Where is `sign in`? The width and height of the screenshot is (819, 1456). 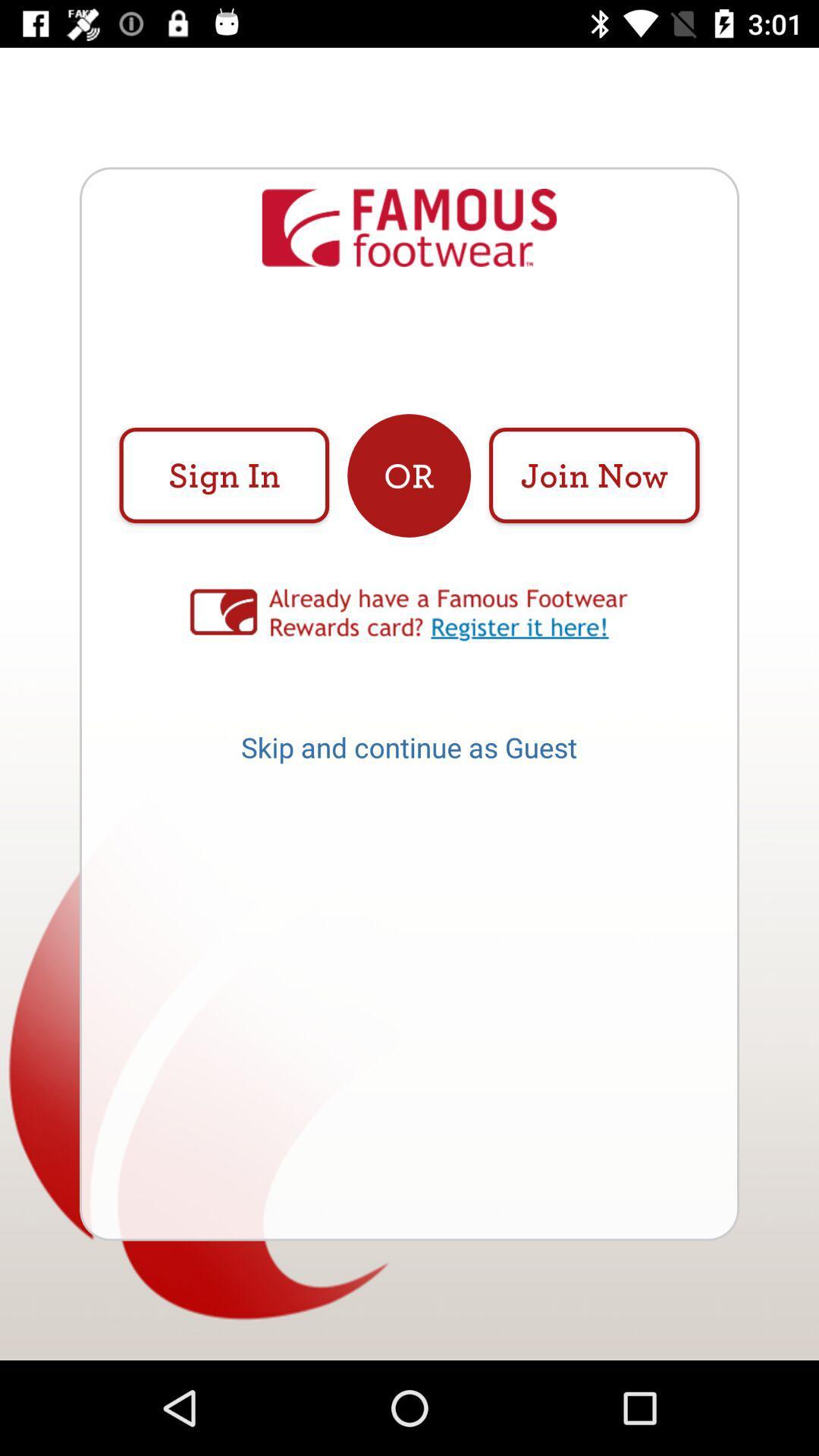
sign in is located at coordinates (224, 475).